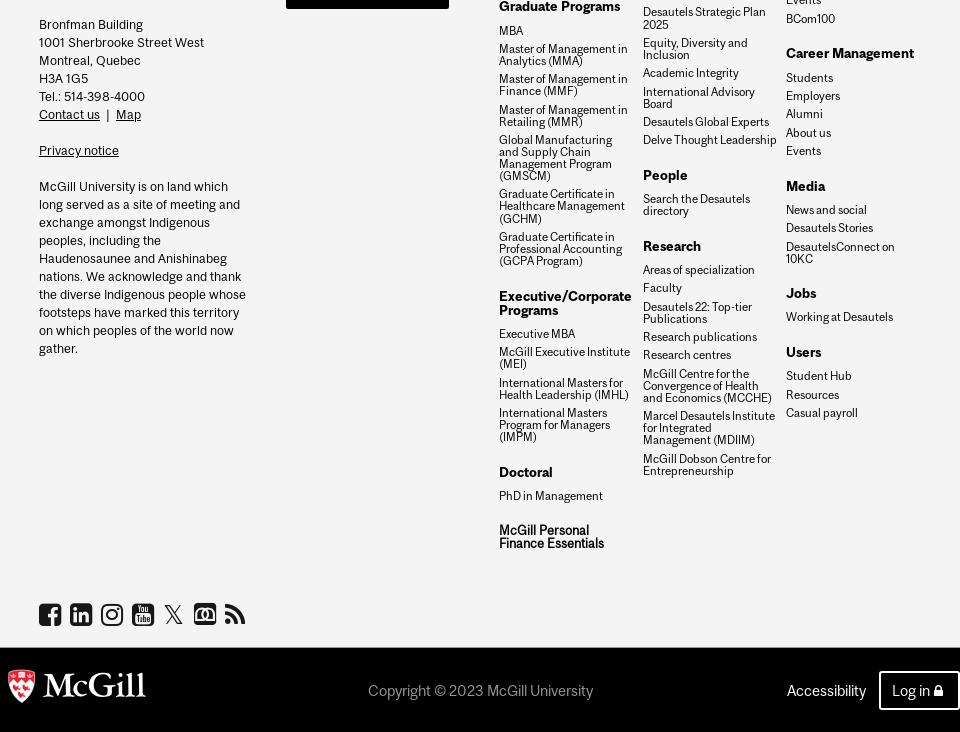  What do you see at coordinates (818, 374) in the screenshot?
I see `'Student Hub'` at bounding box center [818, 374].